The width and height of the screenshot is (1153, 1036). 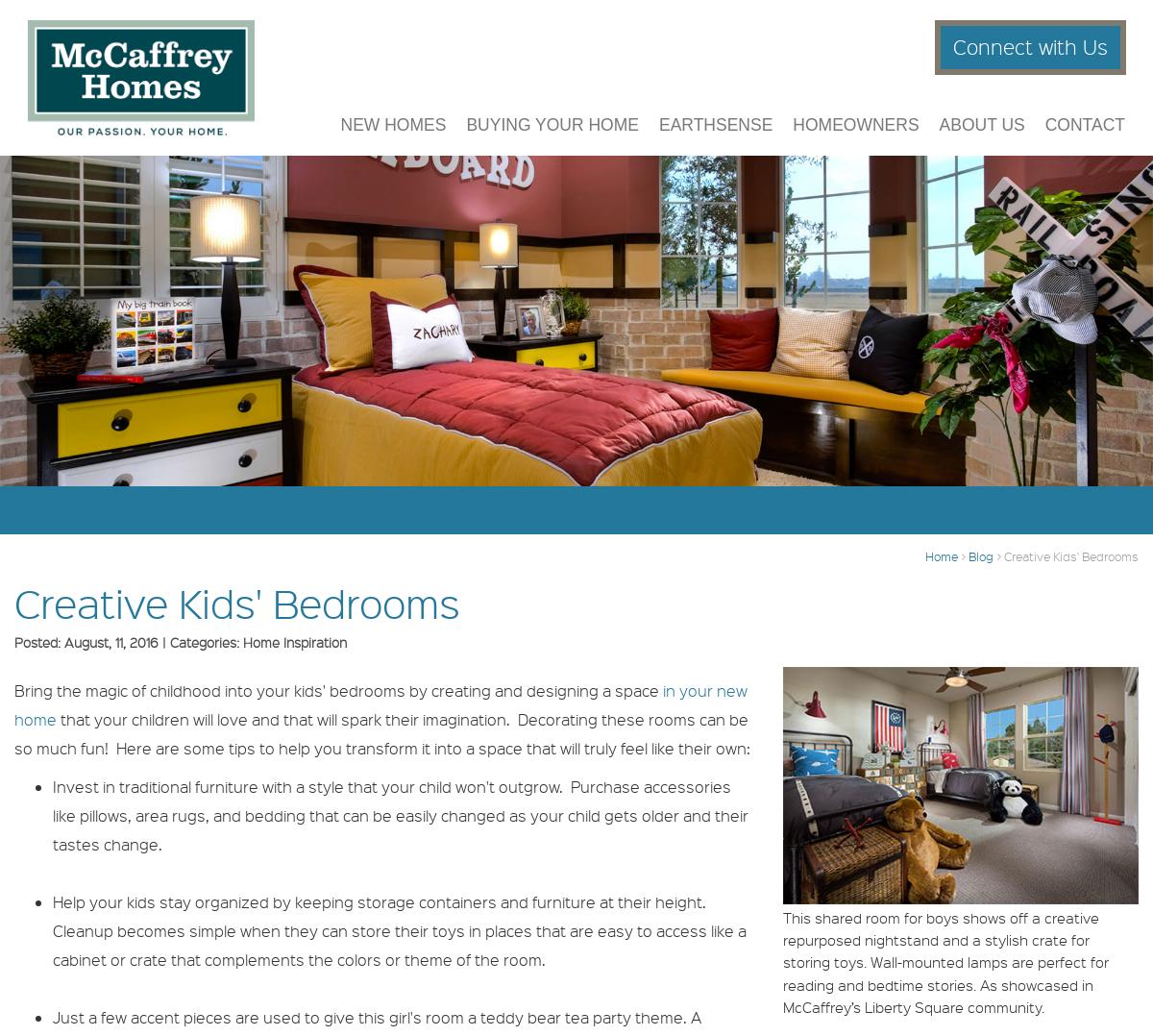 What do you see at coordinates (400, 929) in the screenshot?
I see `'Help your kids stay organized by keeping storage containers and furniture at their height.  Cleanup becomes simple when they can store their toys in places that are easy to access like a cabinet or crate that complements the colors or theme of the room.'` at bounding box center [400, 929].